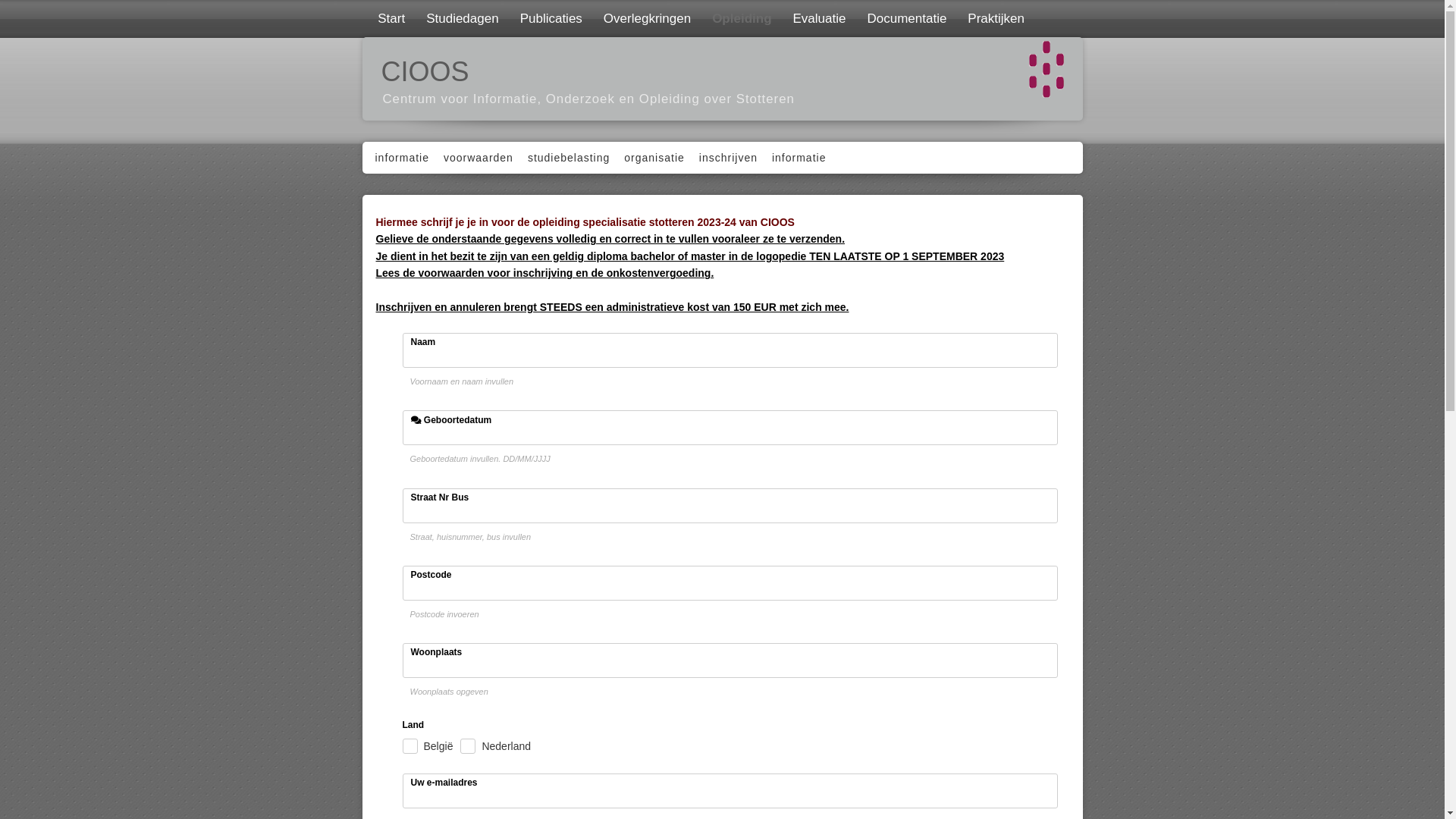 Image resolution: width=1456 pixels, height=819 pixels. I want to click on 'Praktijken', so click(954, 18).